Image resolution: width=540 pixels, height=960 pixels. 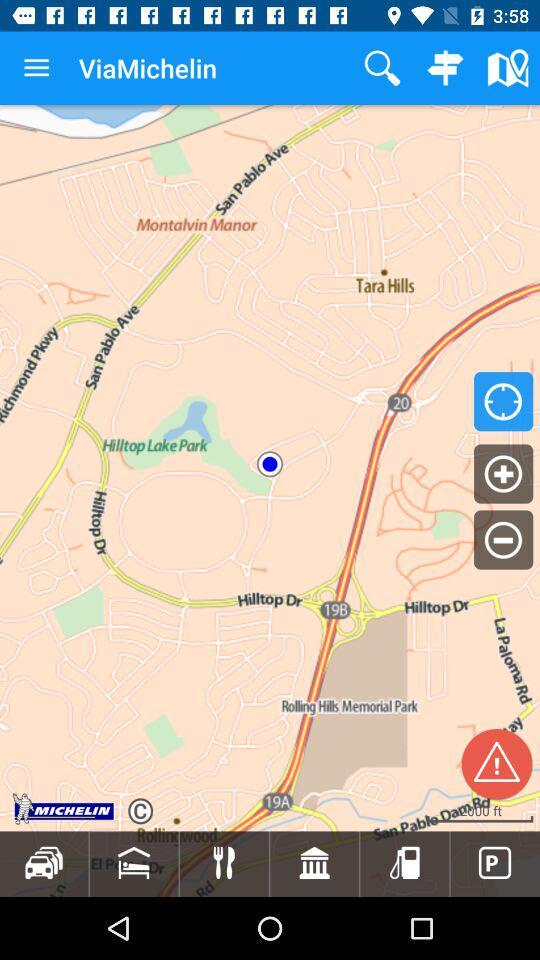 What do you see at coordinates (139, 811) in the screenshot?
I see `the refresh icon` at bounding box center [139, 811].